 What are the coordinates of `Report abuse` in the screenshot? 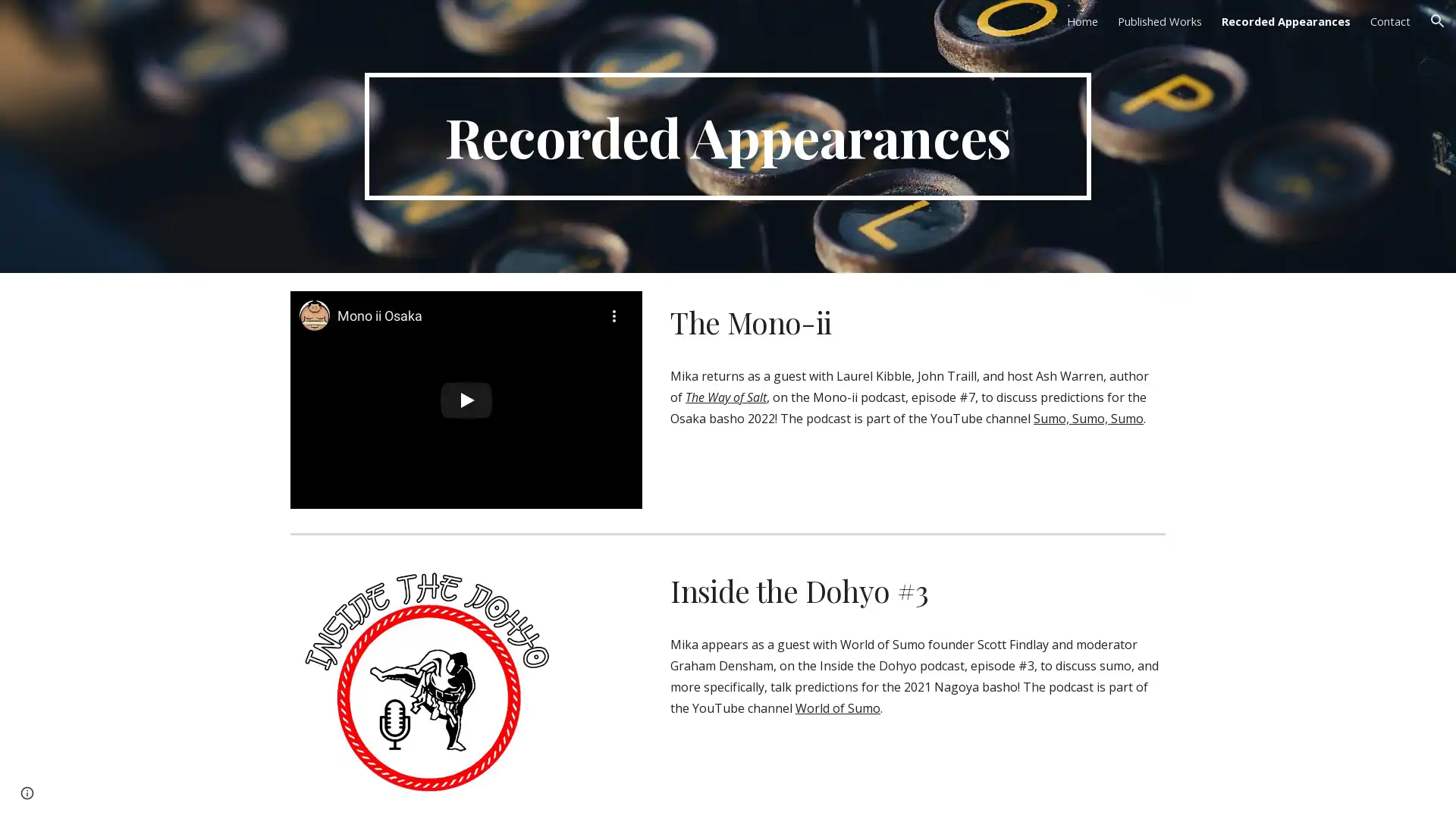 It's located at (139, 792).